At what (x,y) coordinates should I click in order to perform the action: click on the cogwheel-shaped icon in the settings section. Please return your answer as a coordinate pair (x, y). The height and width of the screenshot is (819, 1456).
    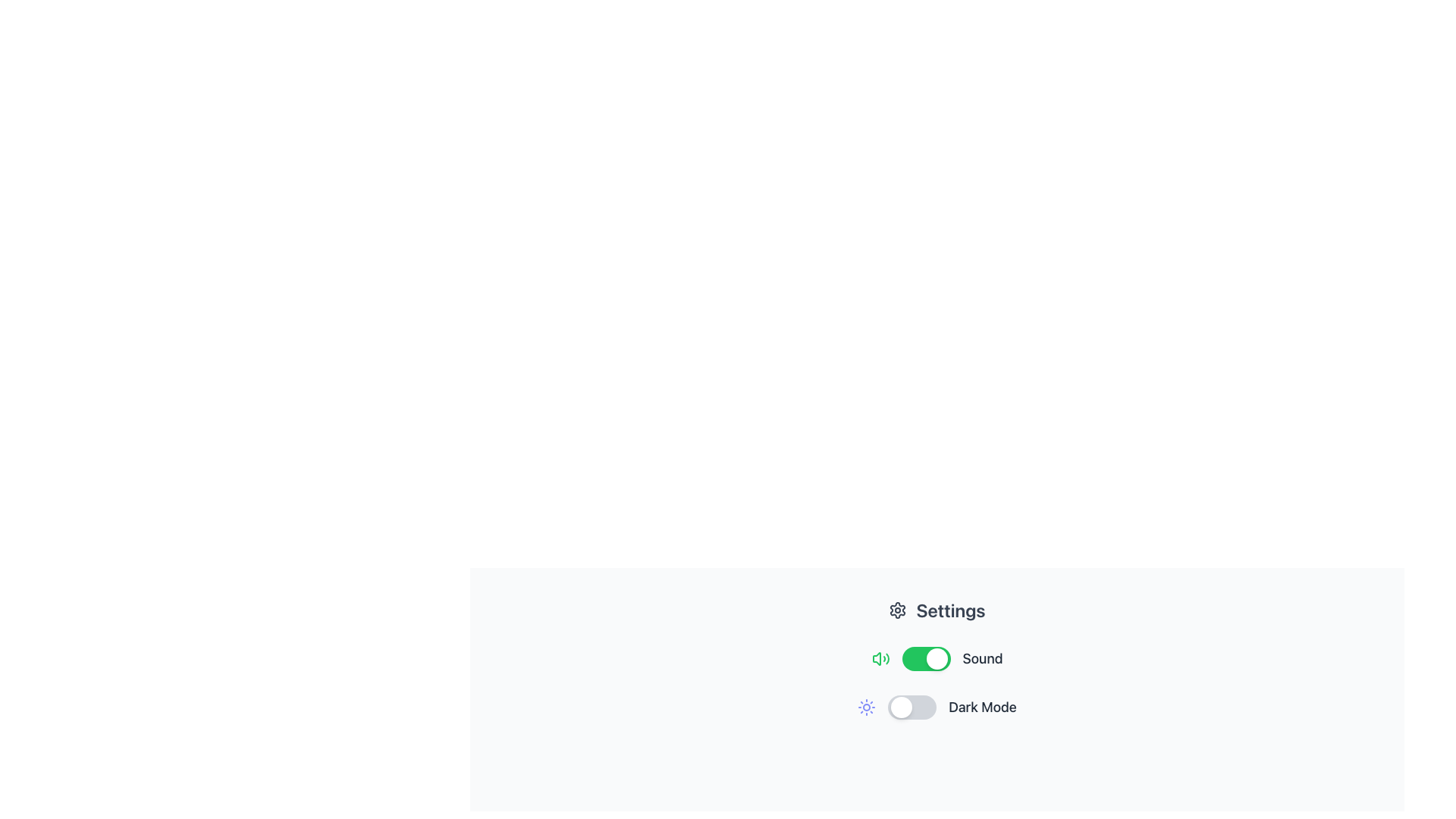
    Looking at the image, I should click on (898, 610).